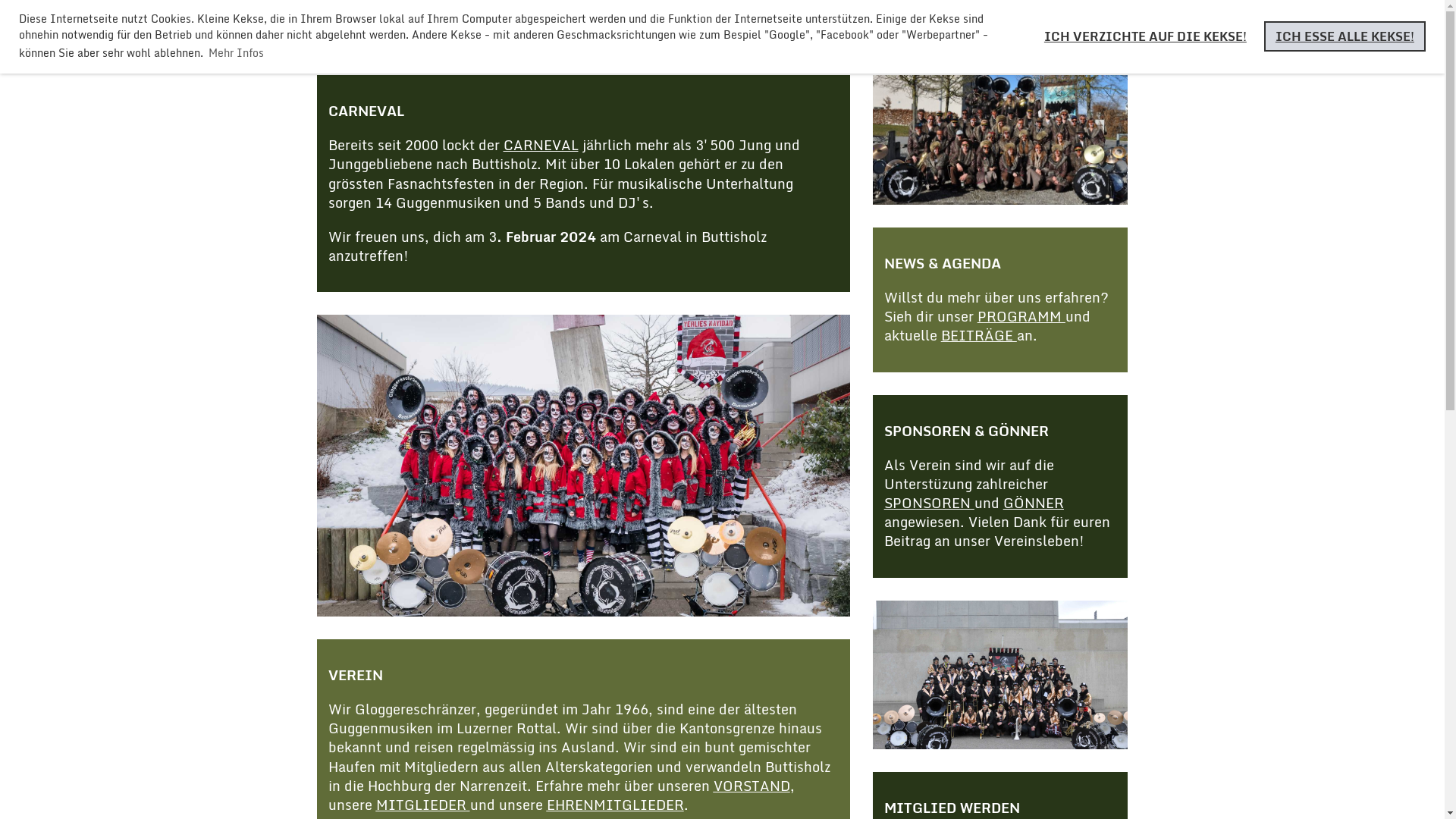 This screenshot has height=819, width=1456. I want to click on 'MITGLIEDER', so click(422, 803).